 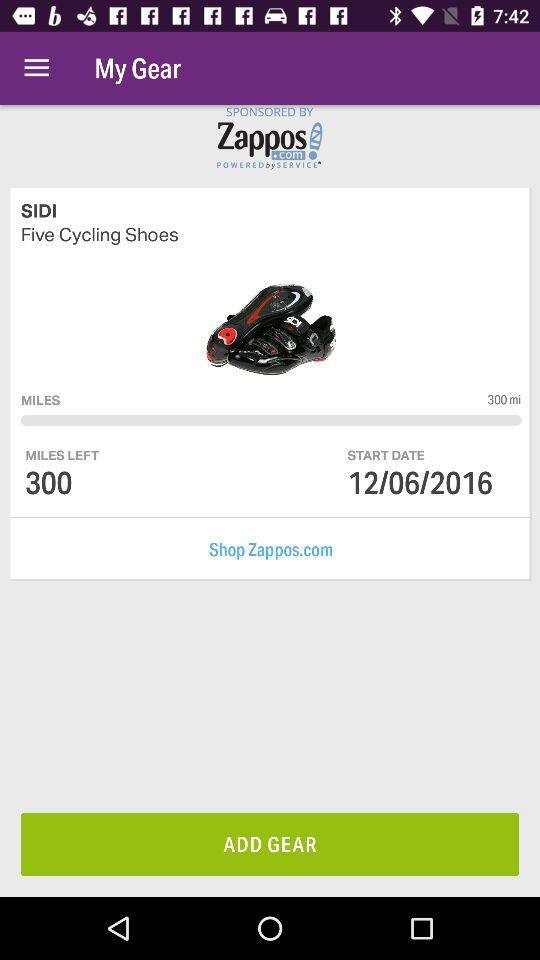 I want to click on add gear, so click(x=270, y=843).